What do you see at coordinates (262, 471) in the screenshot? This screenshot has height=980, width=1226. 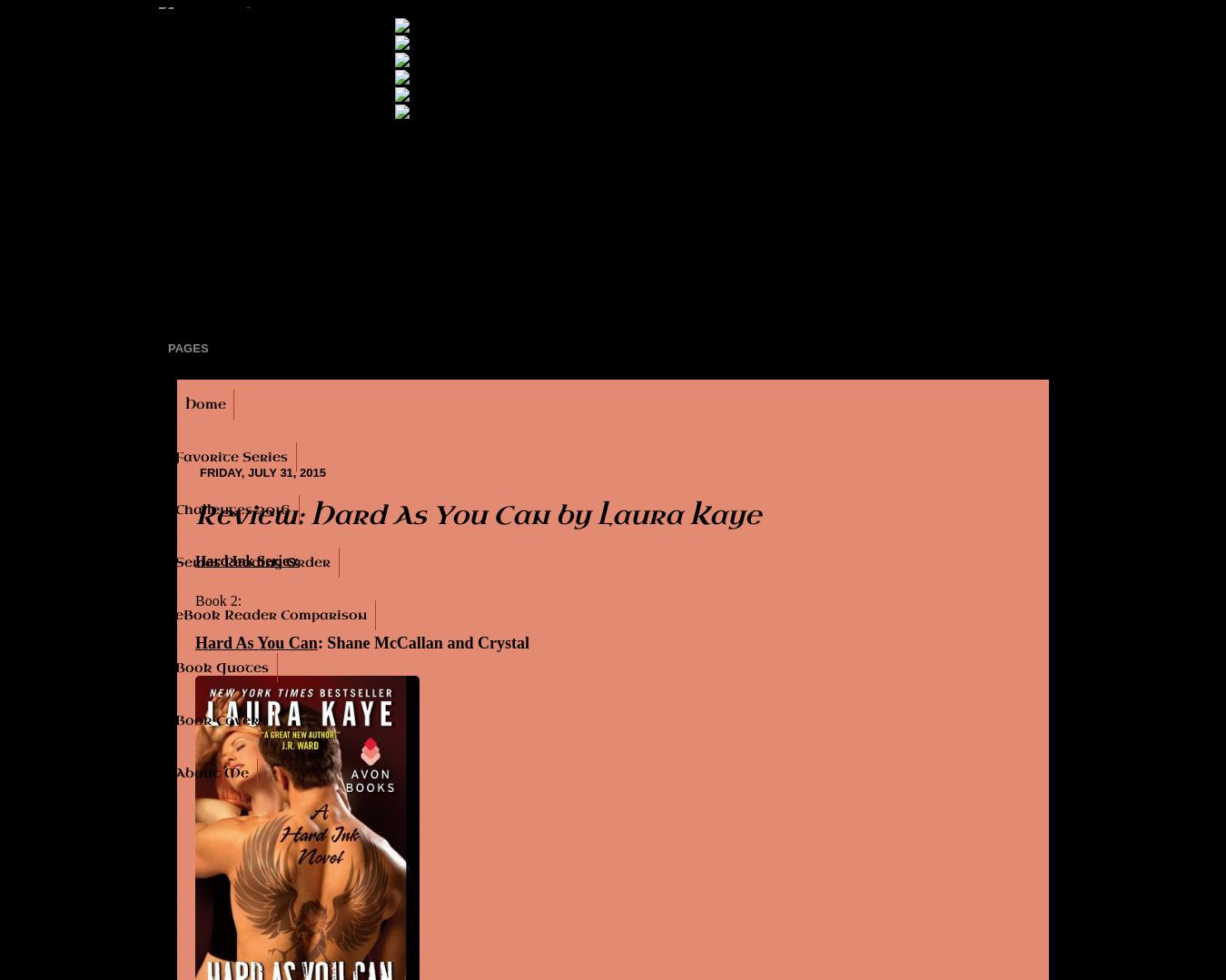 I see `'Friday, July 31, 2015'` at bounding box center [262, 471].